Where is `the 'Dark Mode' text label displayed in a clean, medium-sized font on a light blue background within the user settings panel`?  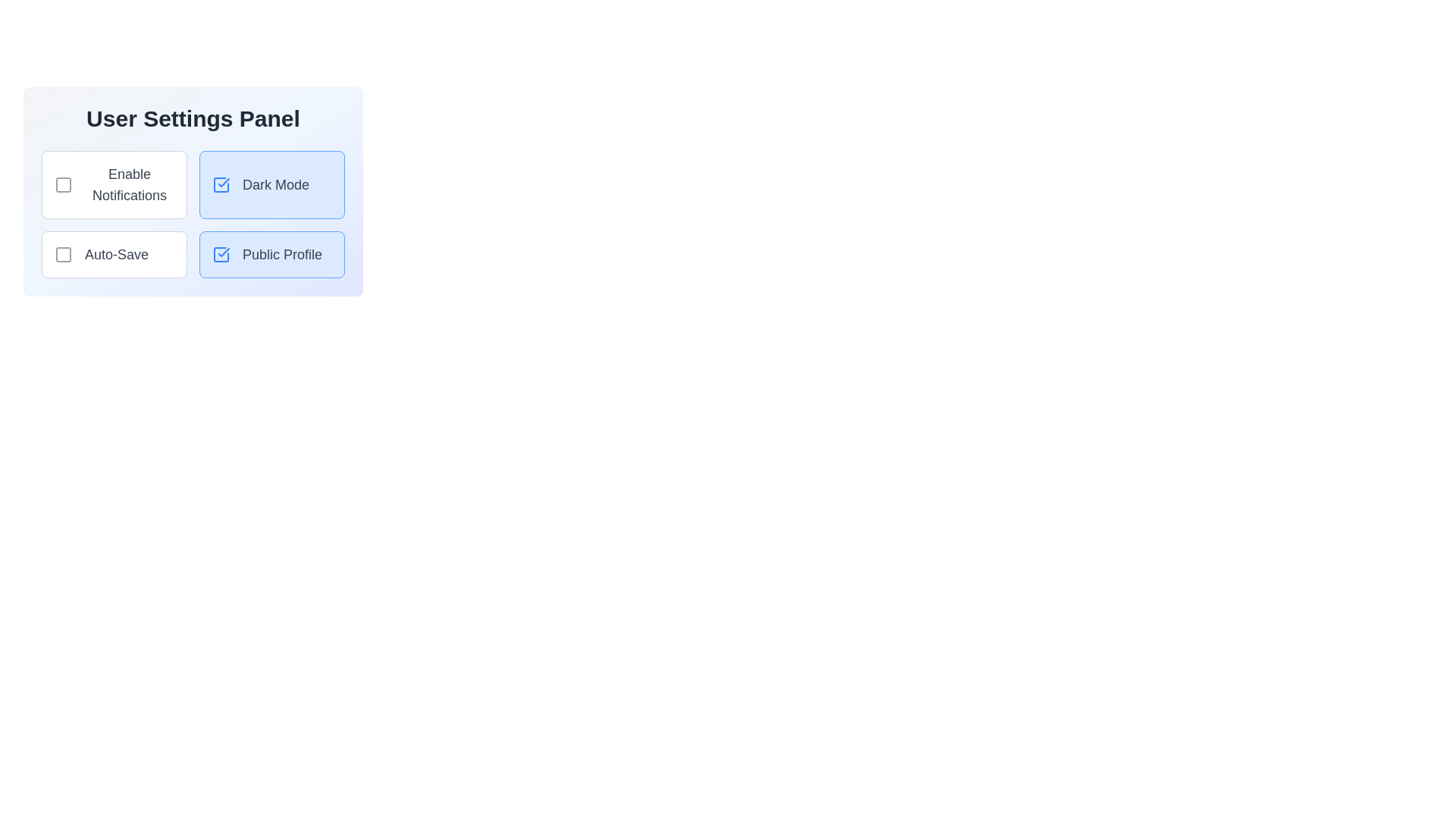
the 'Dark Mode' text label displayed in a clean, medium-sized font on a light blue background within the user settings panel is located at coordinates (276, 184).